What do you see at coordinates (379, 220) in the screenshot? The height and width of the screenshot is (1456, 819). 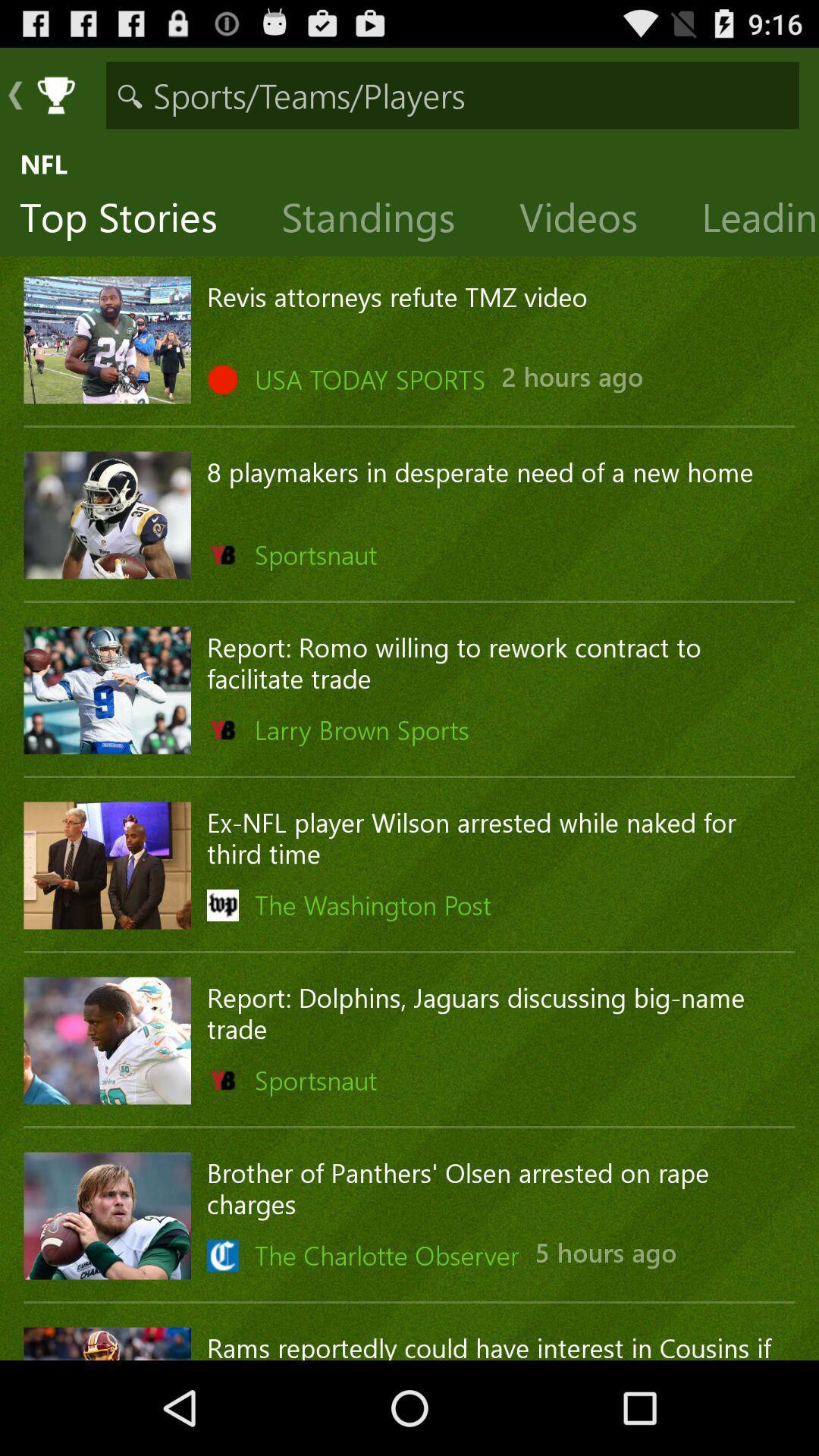 I see `the icon below the nfl` at bounding box center [379, 220].